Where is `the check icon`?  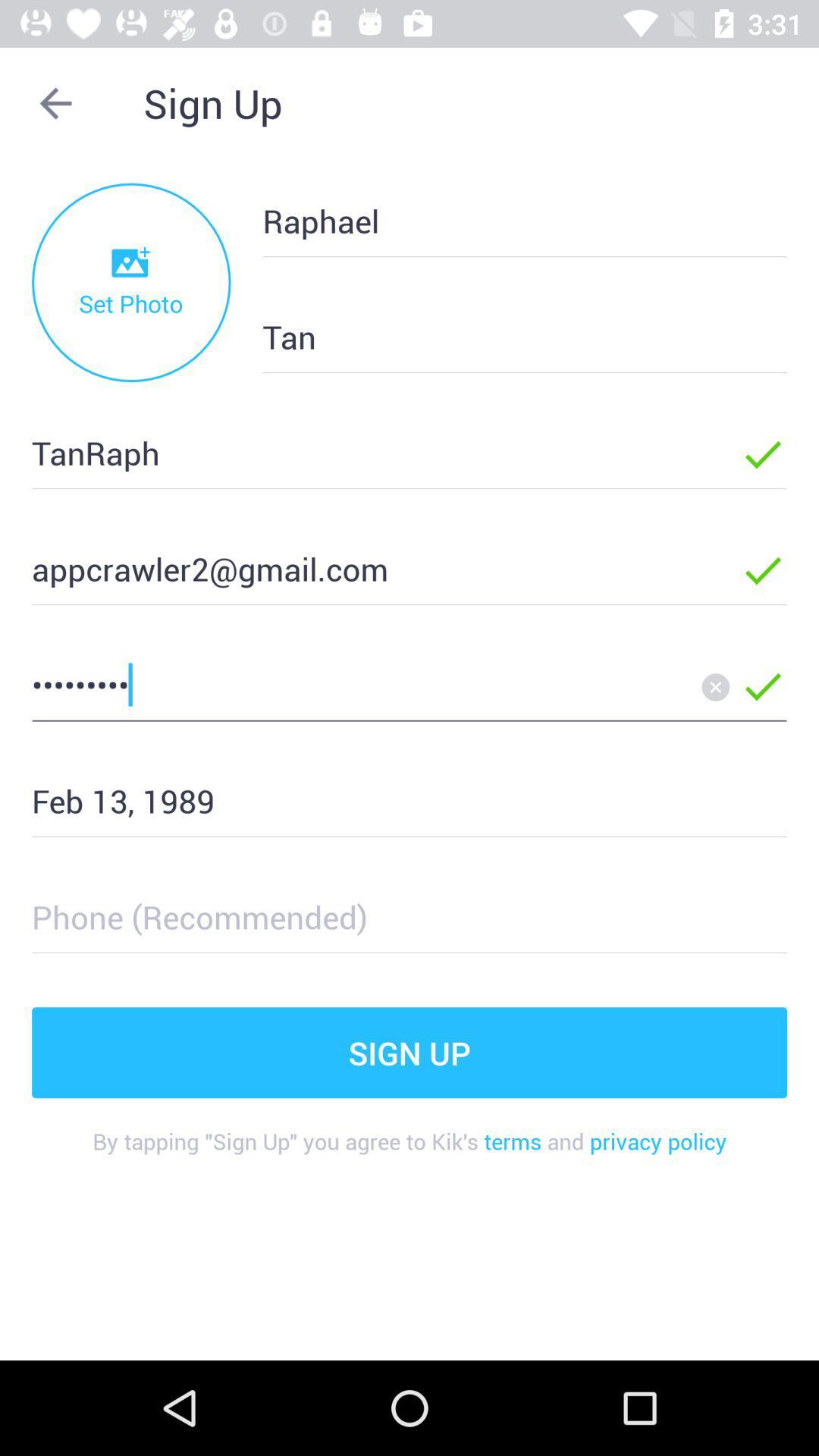 the check icon is located at coordinates (763, 570).